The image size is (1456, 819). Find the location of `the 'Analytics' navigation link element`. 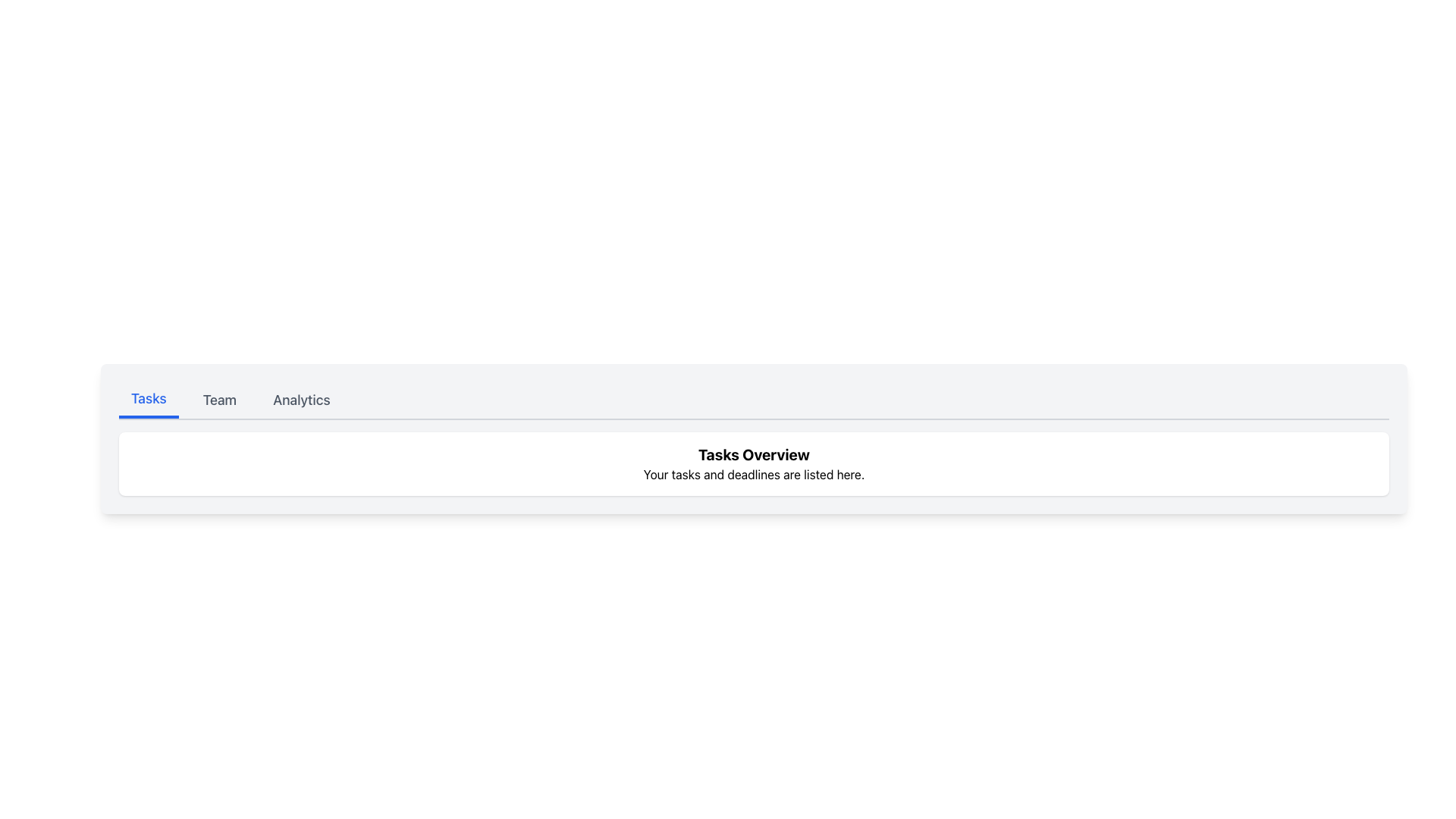

the 'Analytics' navigation link element is located at coordinates (301, 400).